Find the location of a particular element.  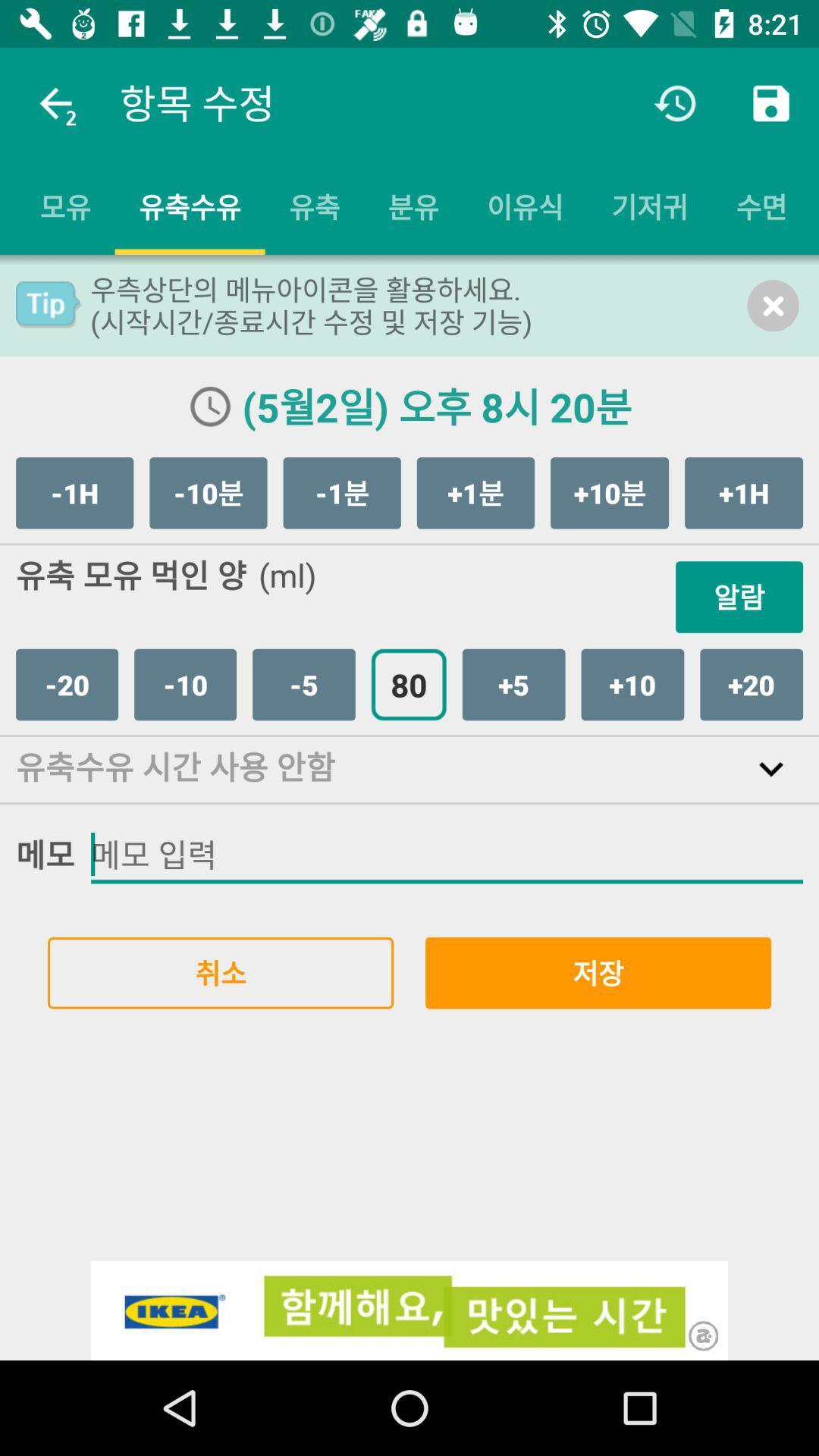

the item above the +1h is located at coordinates (773, 305).